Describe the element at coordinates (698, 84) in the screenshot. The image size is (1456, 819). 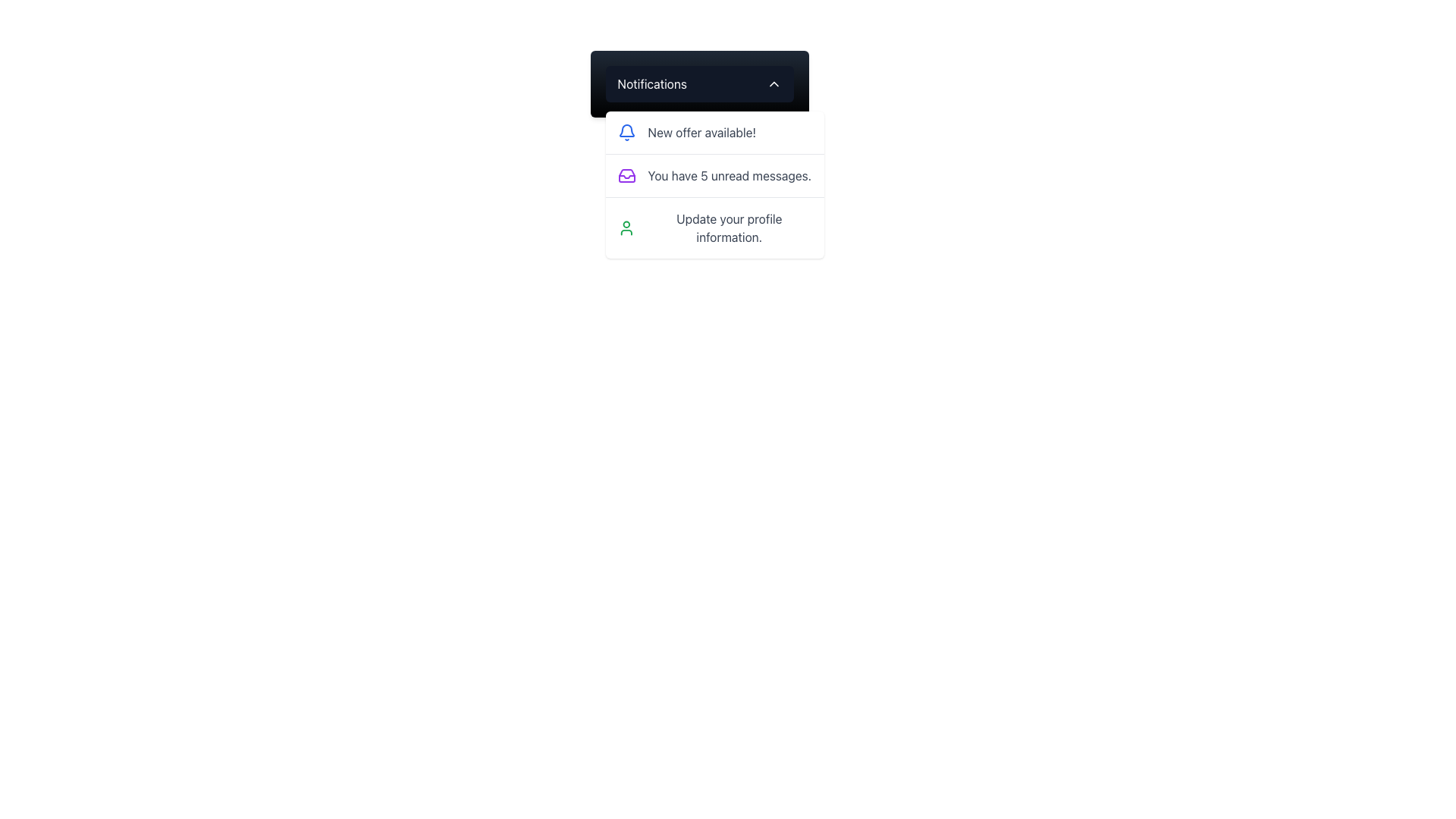
I see `the 'Notifications' button with a black background and rounded corners` at that location.